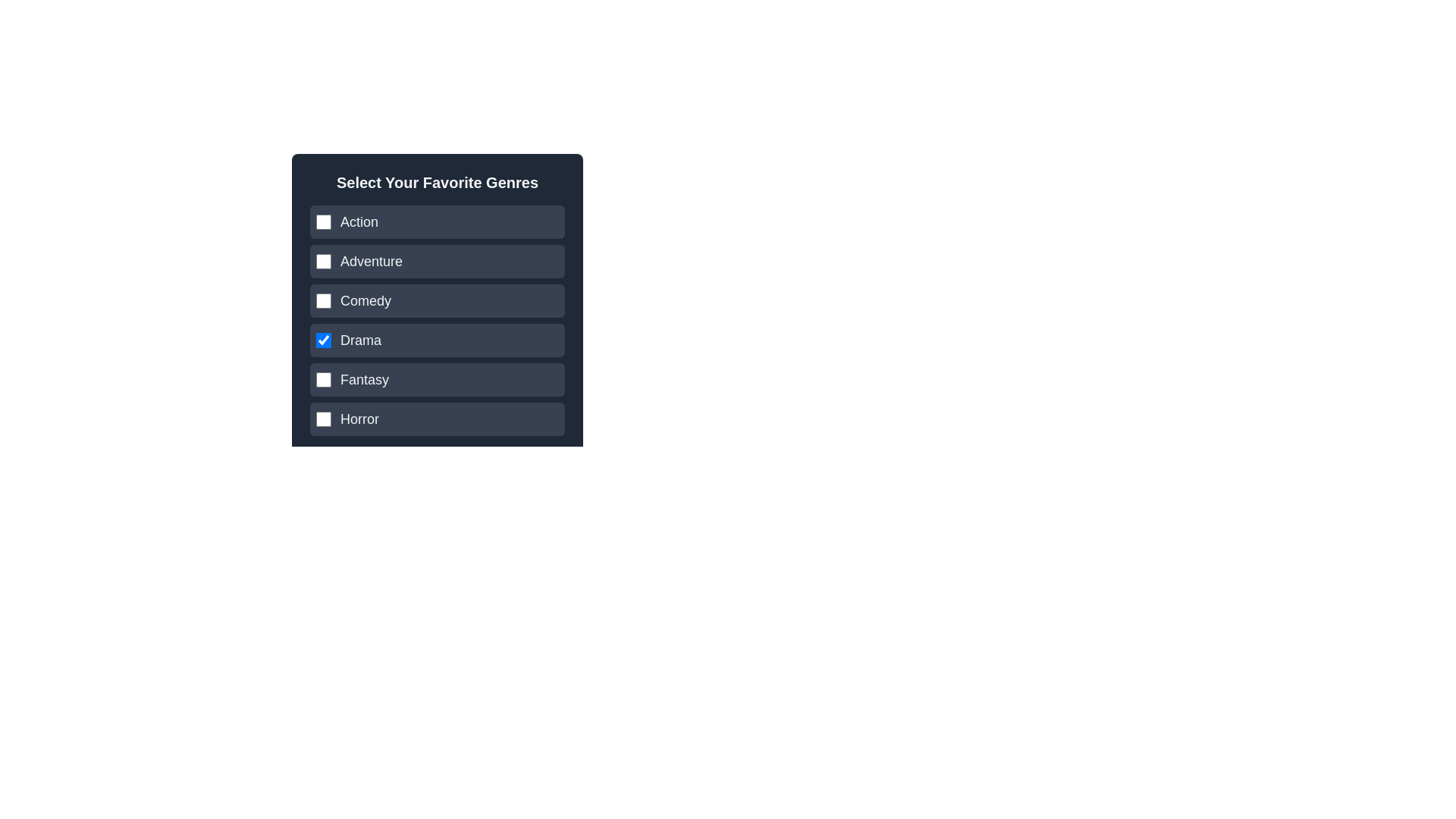  I want to click on the checkbox with a white interior and a blue tint, located next to the label 'Action', so click(323, 222).